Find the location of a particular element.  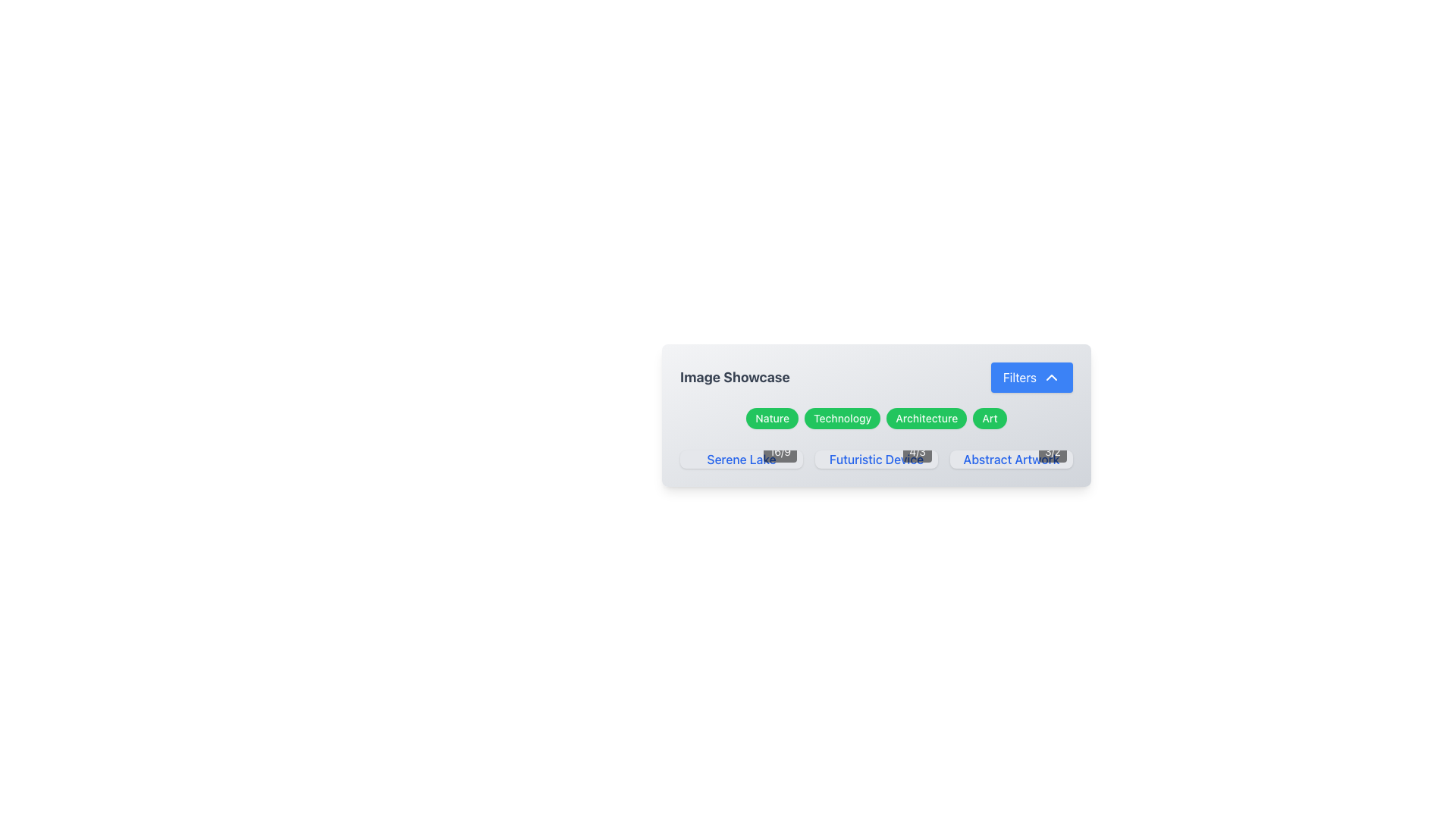

the text label displaying '4/3' in white on a semi-transparent black background located at the bottom-right corner of the 'Futuristic Device' section is located at coordinates (917, 451).